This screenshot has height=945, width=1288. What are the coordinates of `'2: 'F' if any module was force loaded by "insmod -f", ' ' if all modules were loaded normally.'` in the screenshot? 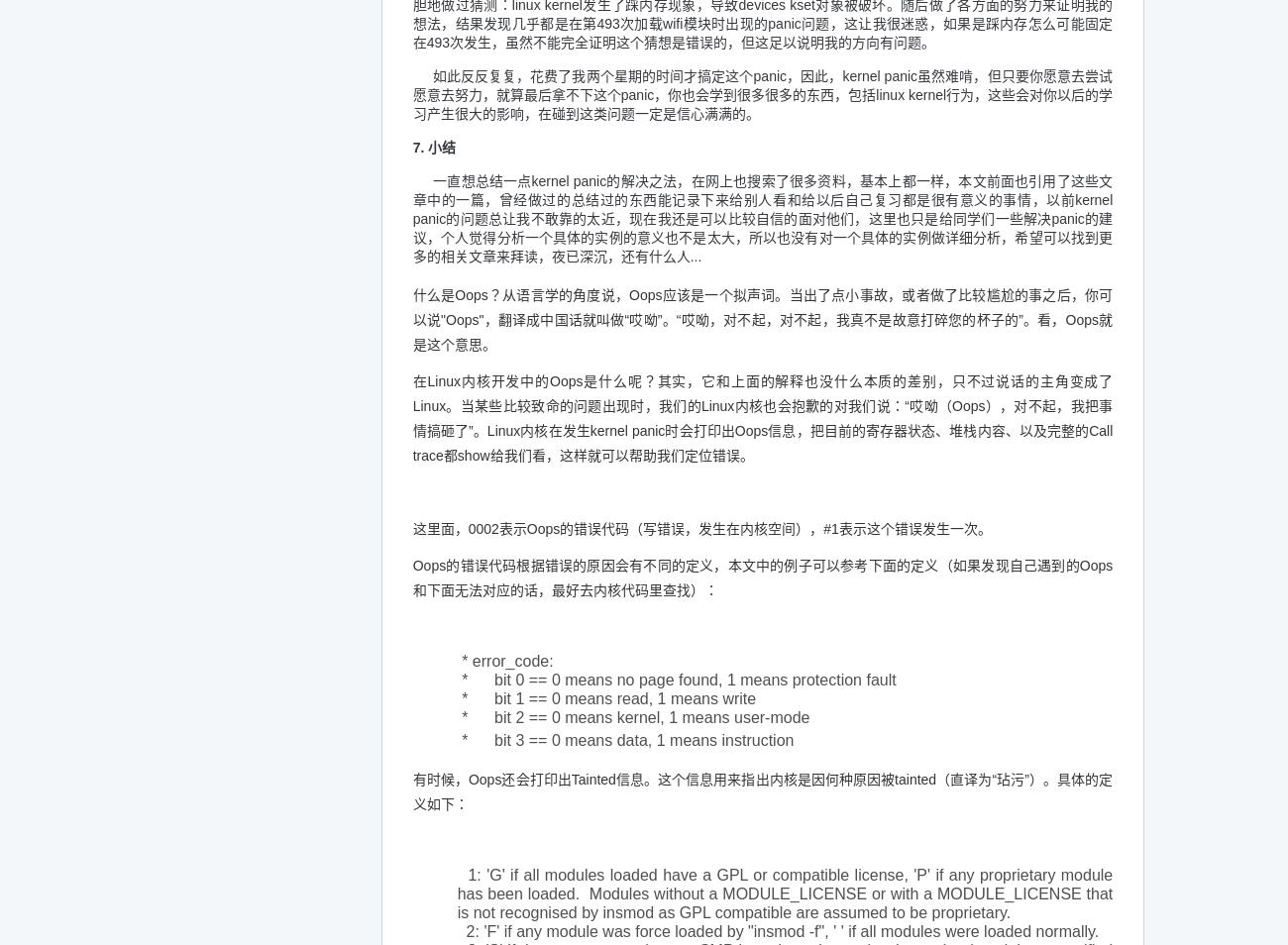 It's located at (776, 931).